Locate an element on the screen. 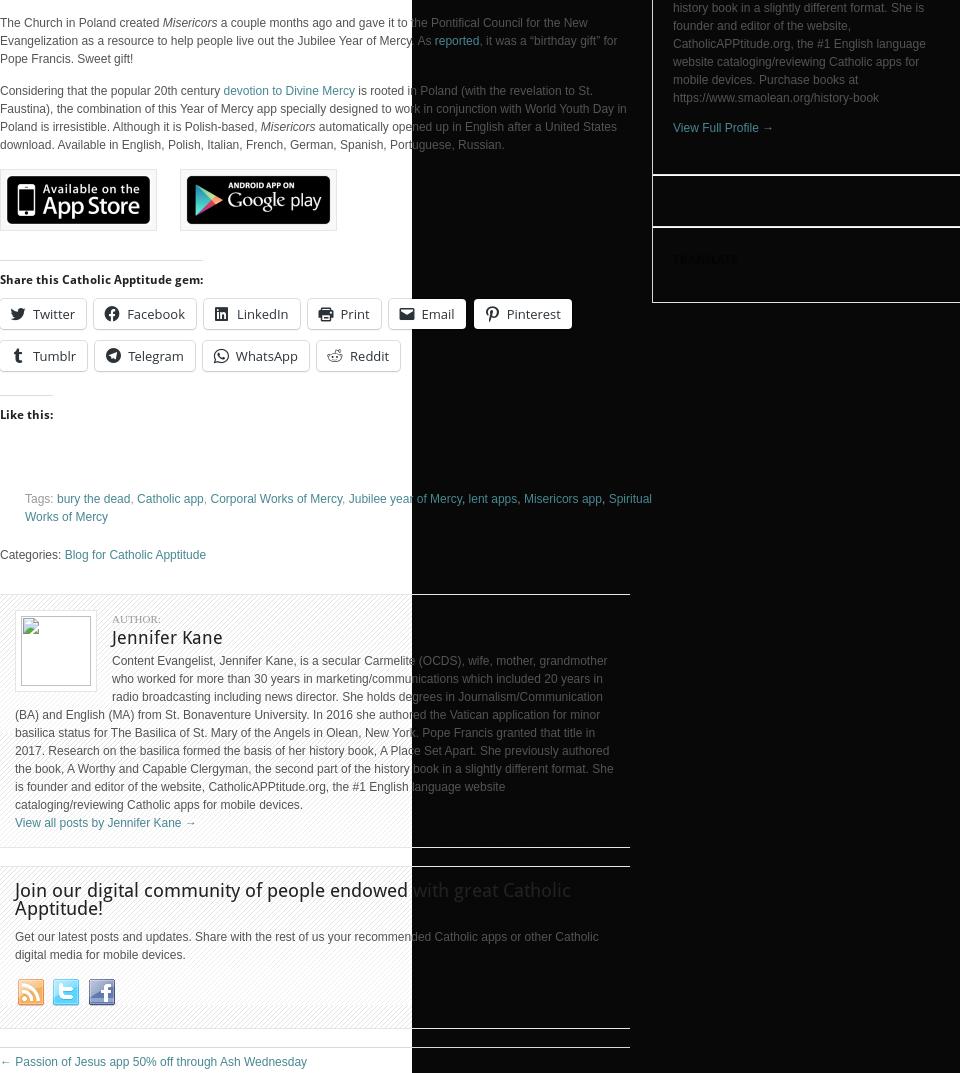  'Telegram' is located at coordinates (154, 356).